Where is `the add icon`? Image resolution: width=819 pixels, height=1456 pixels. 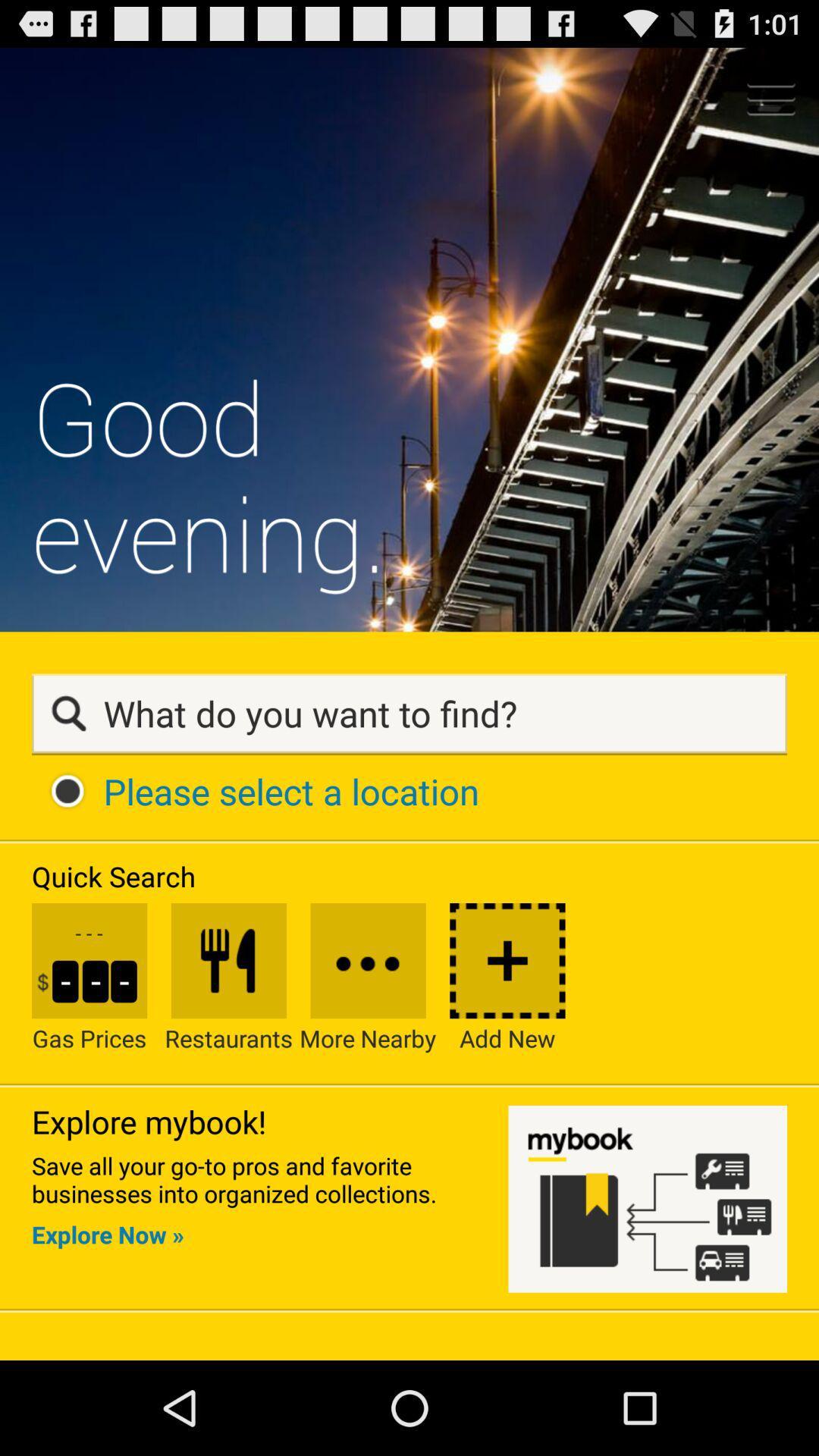
the add icon is located at coordinates (507, 1050).